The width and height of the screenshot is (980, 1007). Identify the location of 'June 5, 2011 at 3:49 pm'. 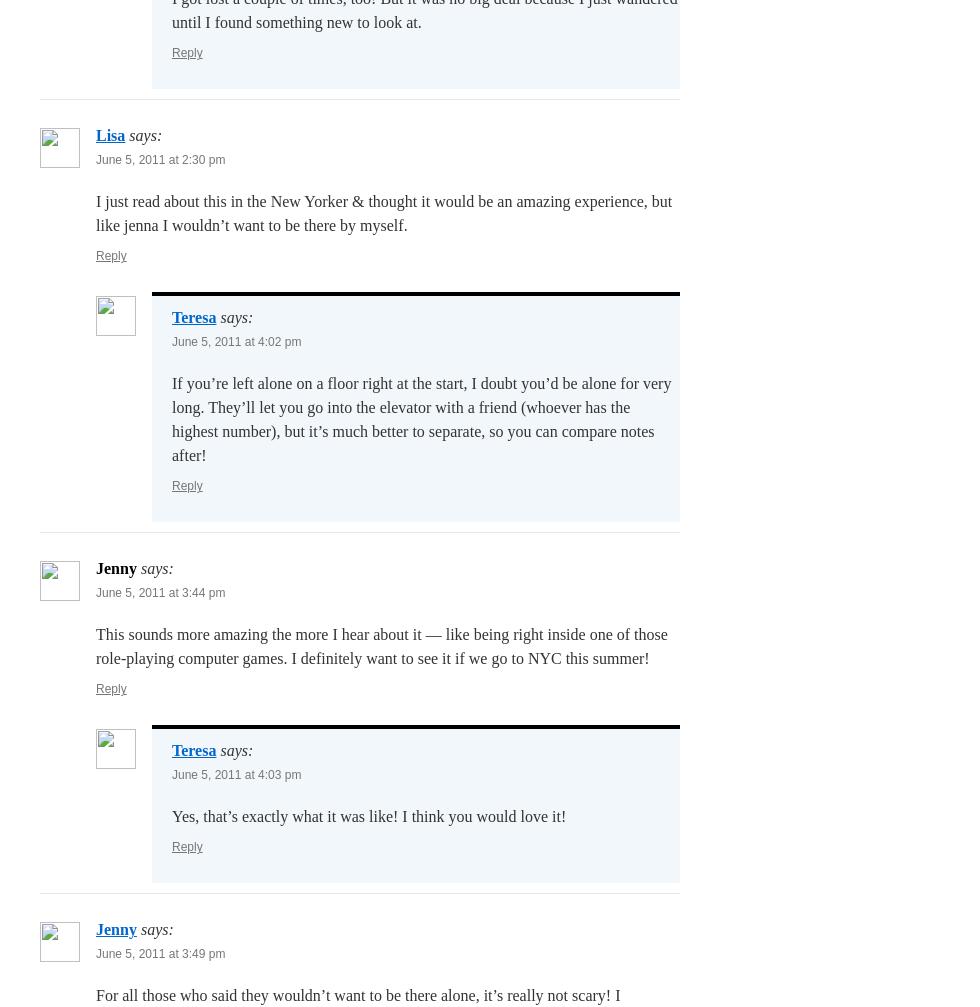
(160, 953).